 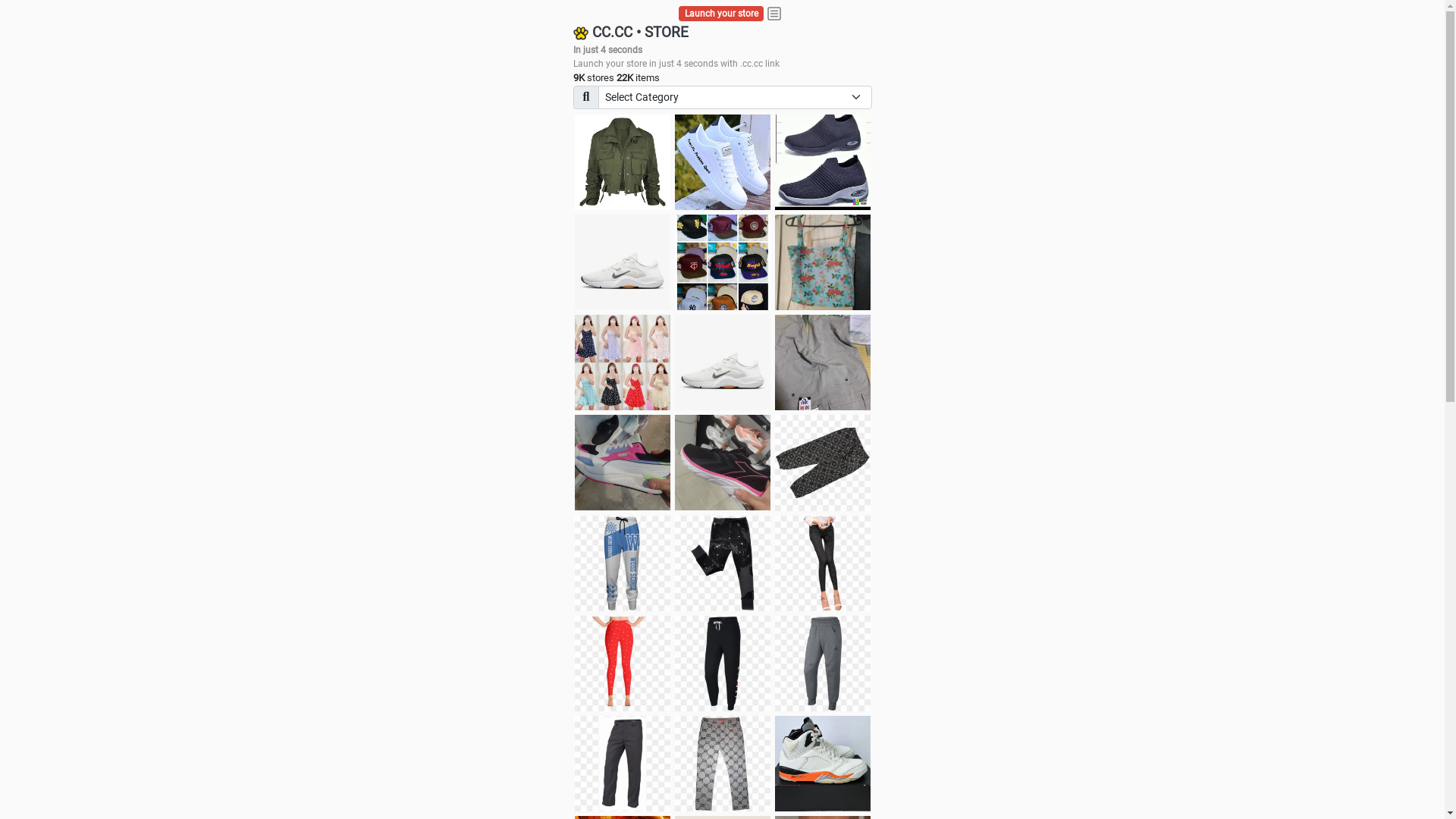 What do you see at coordinates (722, 162) in the screenshot?
I see `'white shoes'` at bounding box center [722, 162].